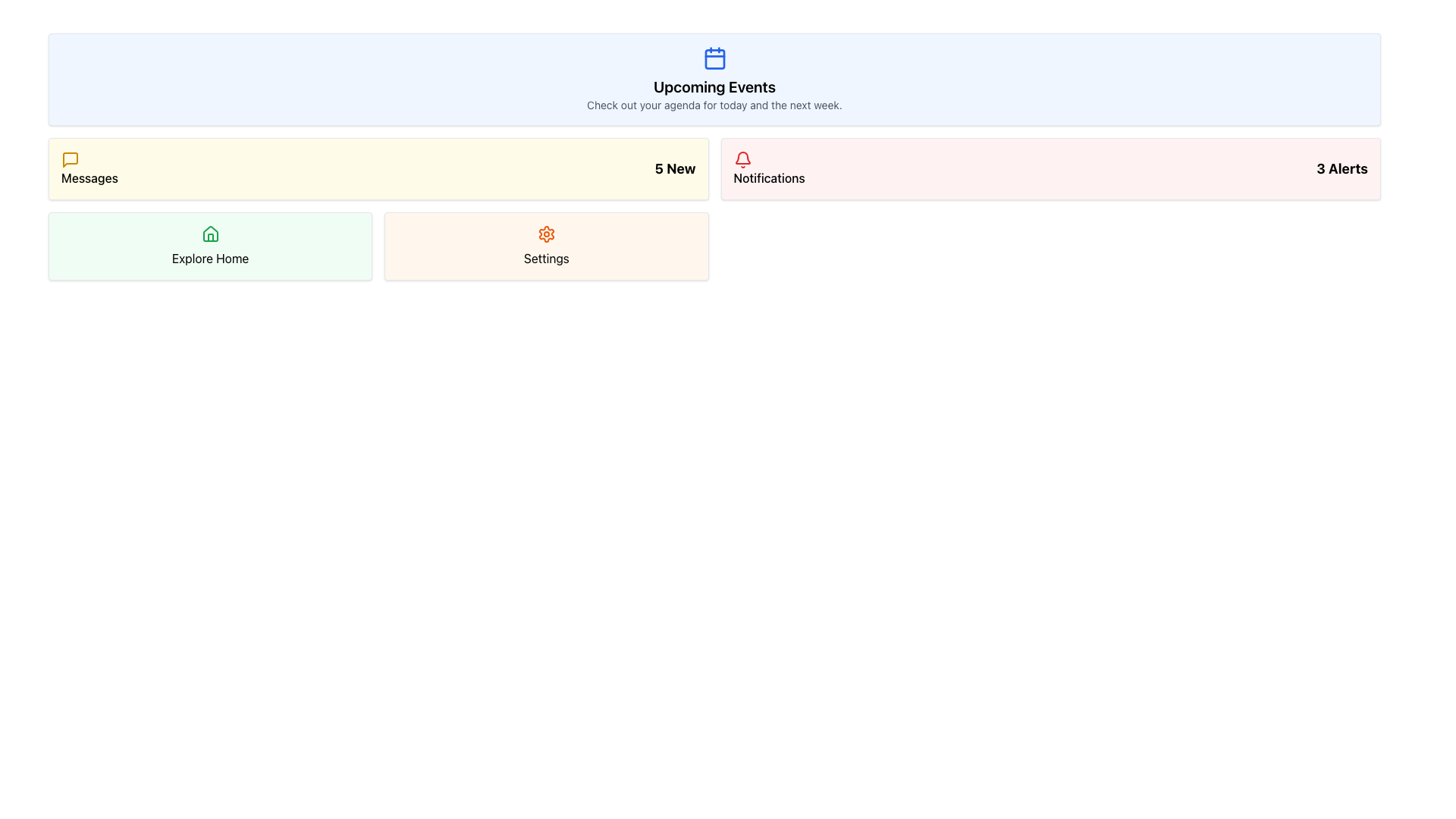 The width and height of the screenshot is (1456, 819). What do you see at coordinates (714, 58) in the screenshot?
I see `the blue calendar icon above the 'Upcoming Events' text in the light blue background section` at bounding box center [714, 58].